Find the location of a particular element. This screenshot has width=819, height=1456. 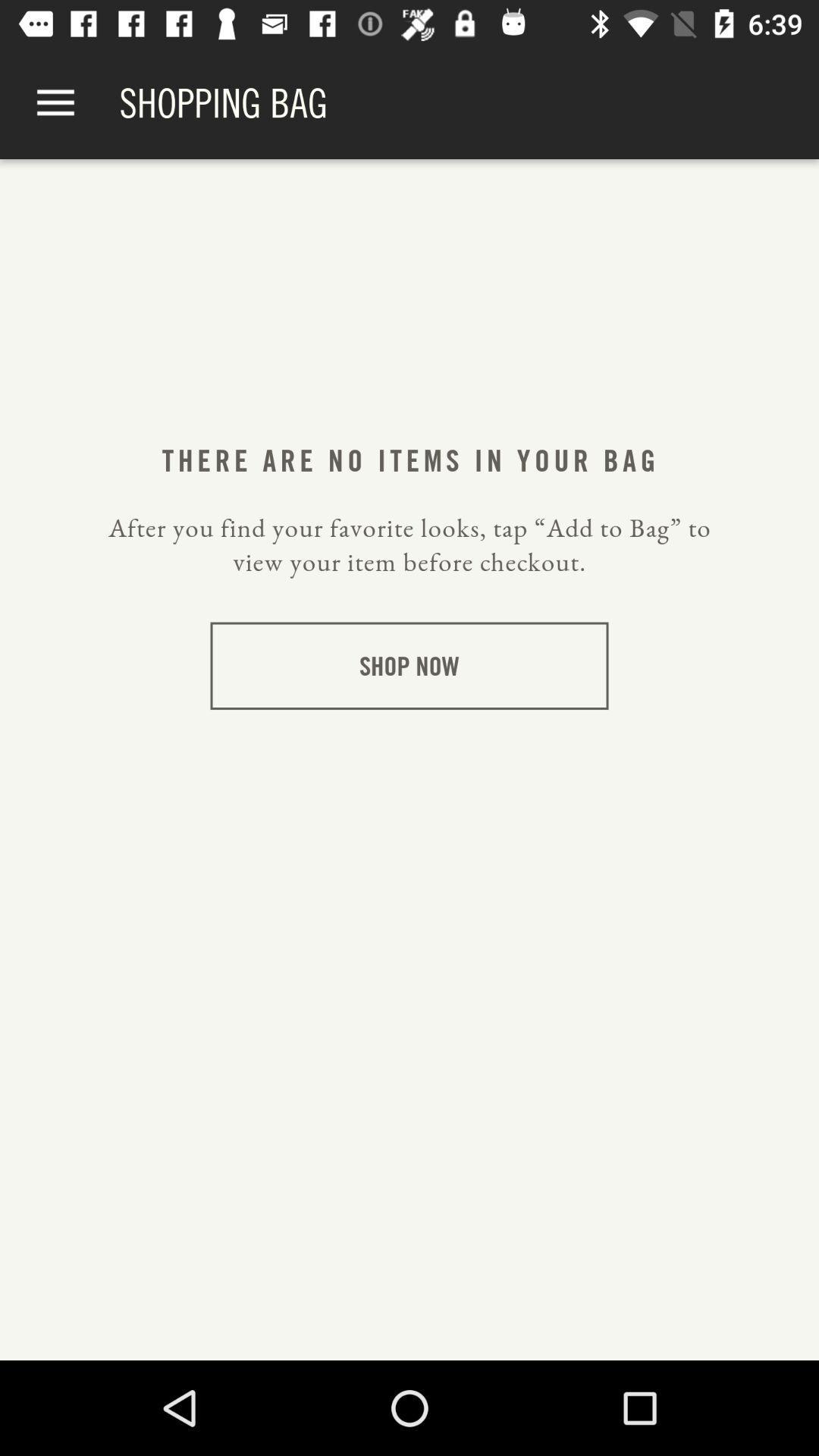

the item above shop now is located at coordinates (409, 544).